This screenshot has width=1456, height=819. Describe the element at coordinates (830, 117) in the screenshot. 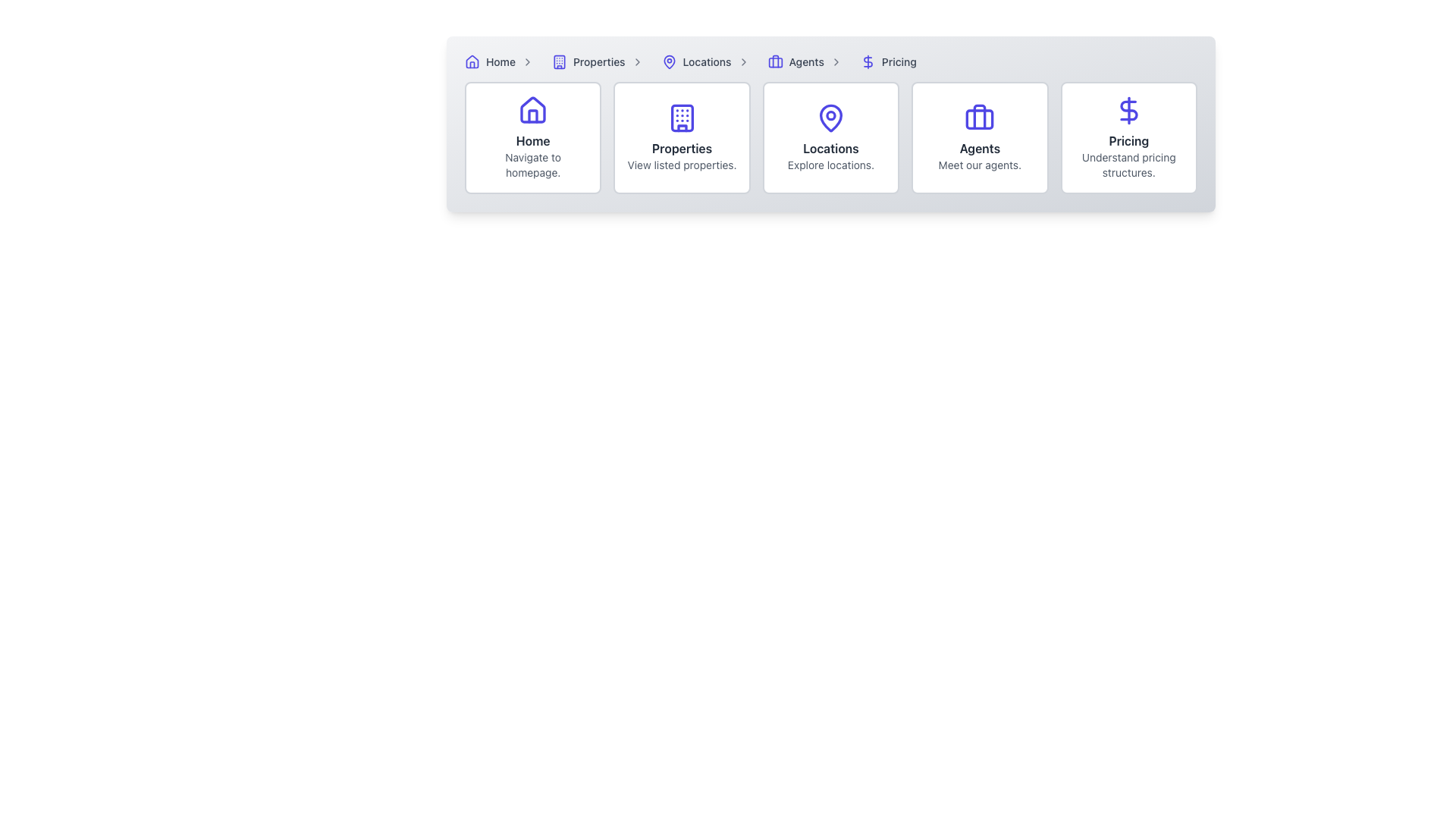

I see `the violet-colored map pin icon located at the top center of the 'Locations' card, which is the third card from the left in a menu bar` at that location.